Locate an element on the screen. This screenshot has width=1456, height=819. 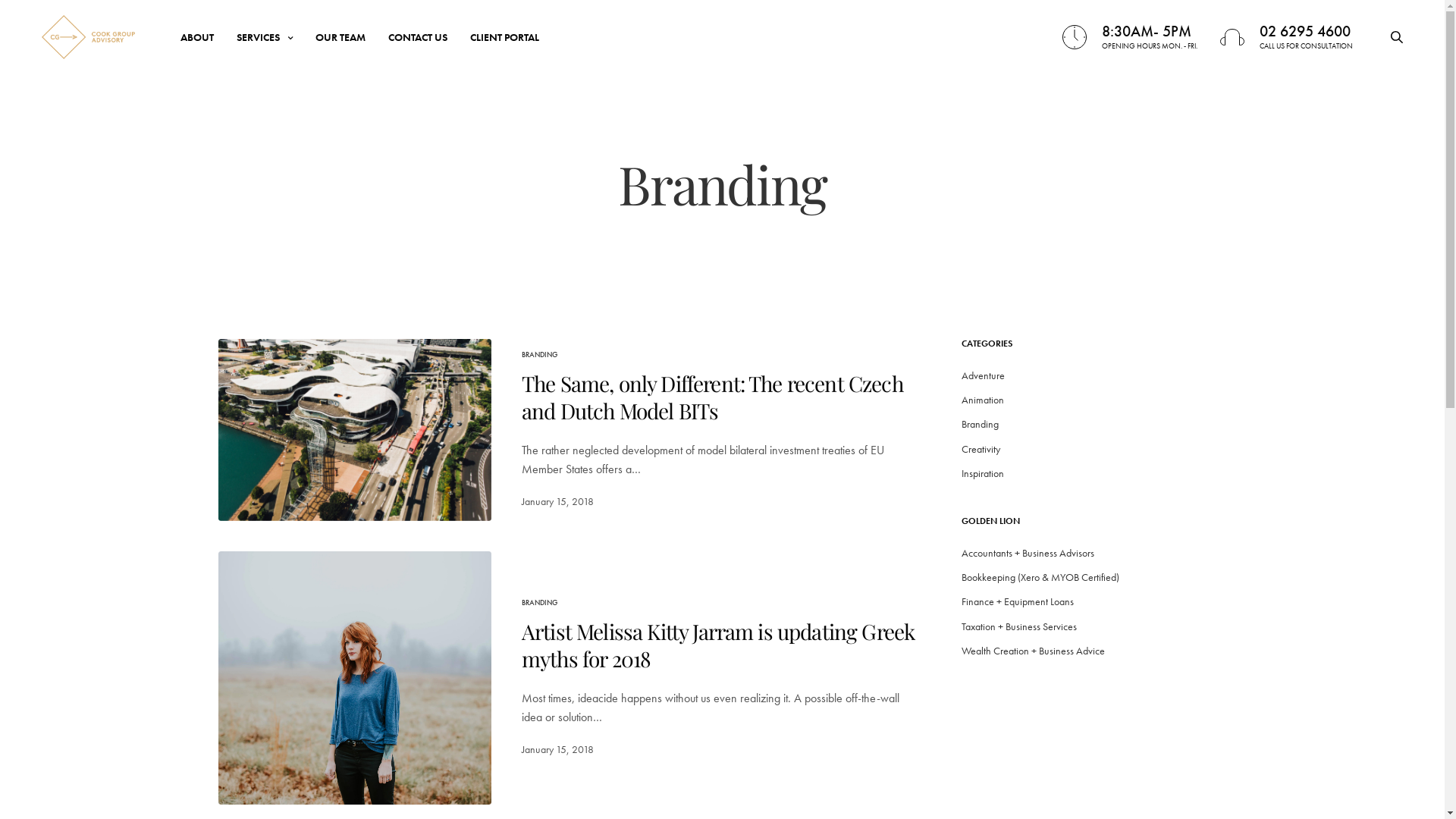
'Animation' is located at coordinates (960, 399).